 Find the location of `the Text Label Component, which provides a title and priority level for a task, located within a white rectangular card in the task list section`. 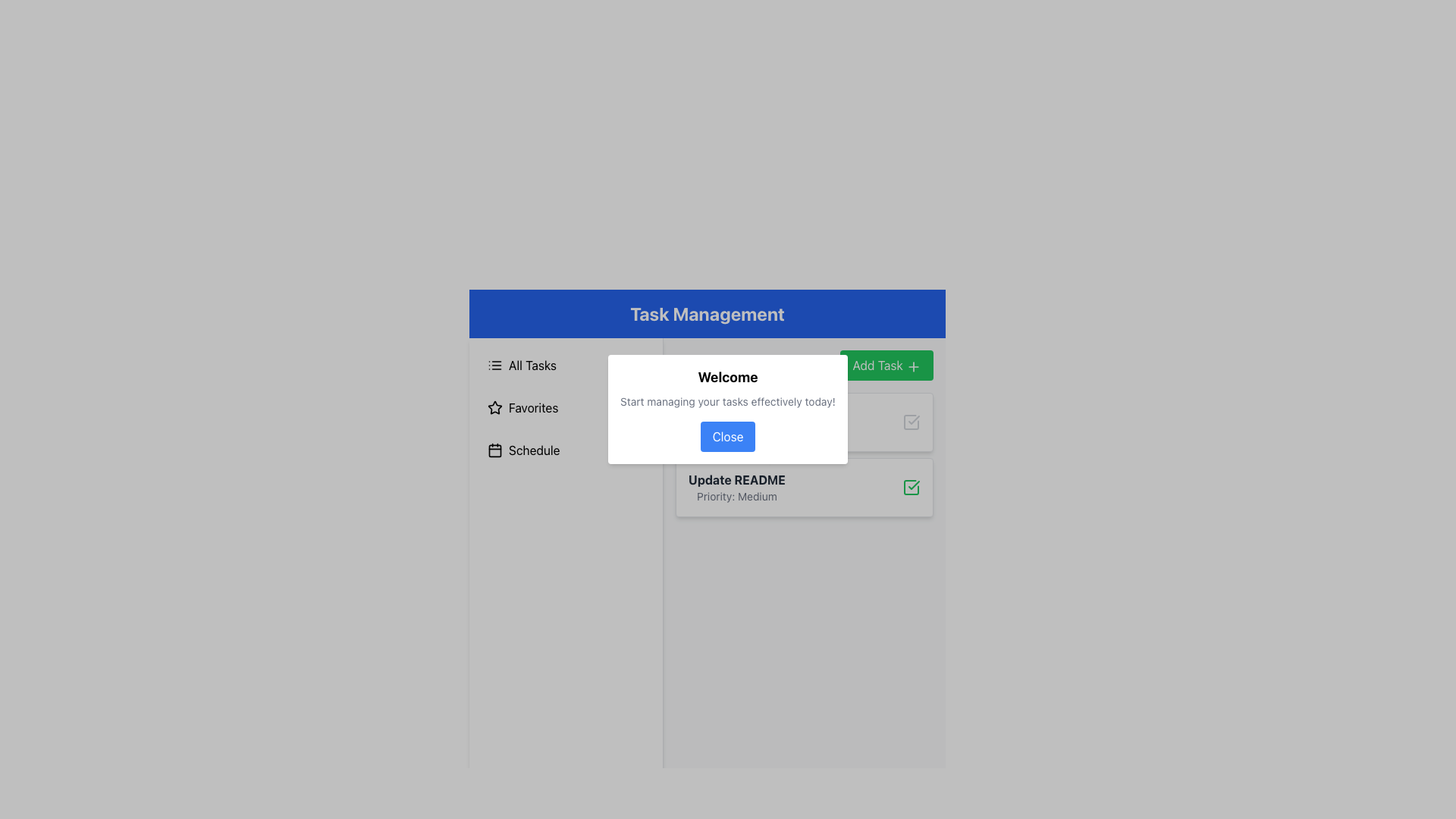

the Text Label Component, which provides a title and priority level for a task, located within a white rectangular card in the task list section is located at coordinates (736, 488).